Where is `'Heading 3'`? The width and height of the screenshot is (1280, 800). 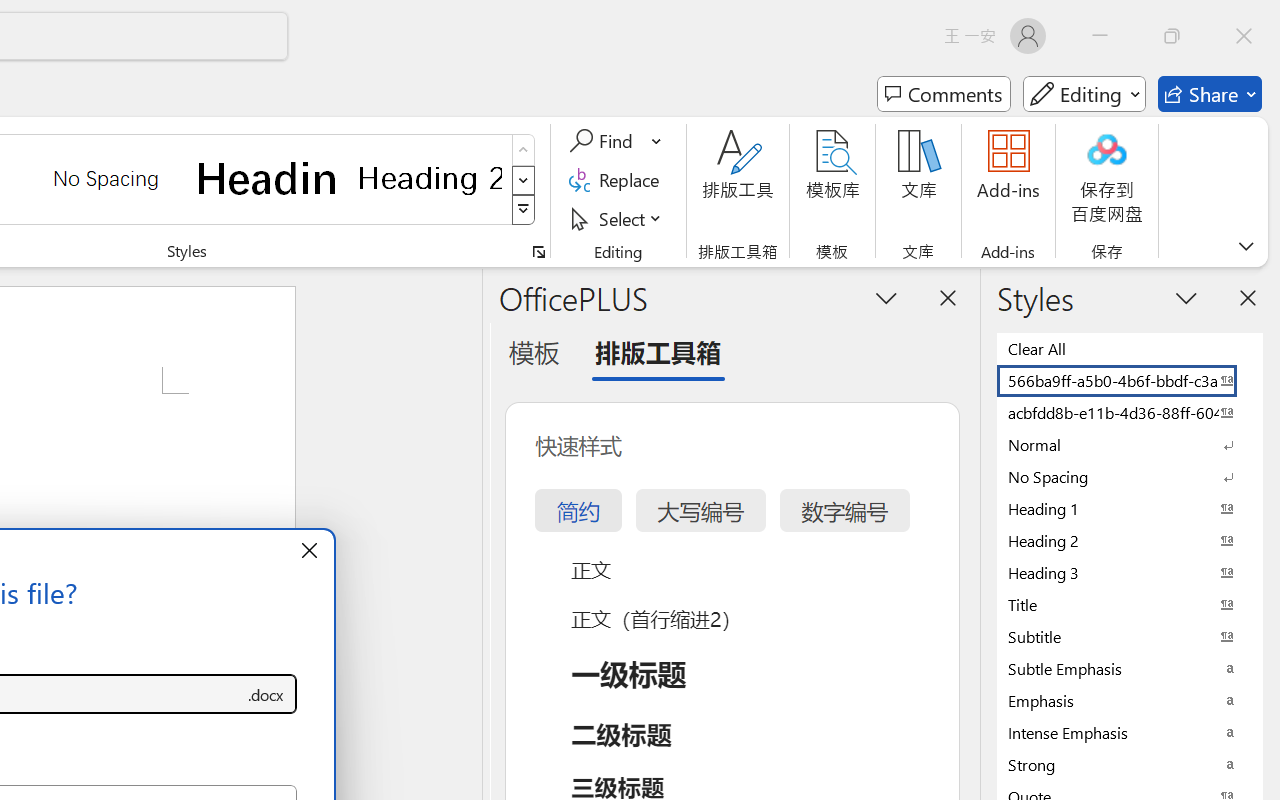
'Heading 3' is located at coordinates (1130, 571).